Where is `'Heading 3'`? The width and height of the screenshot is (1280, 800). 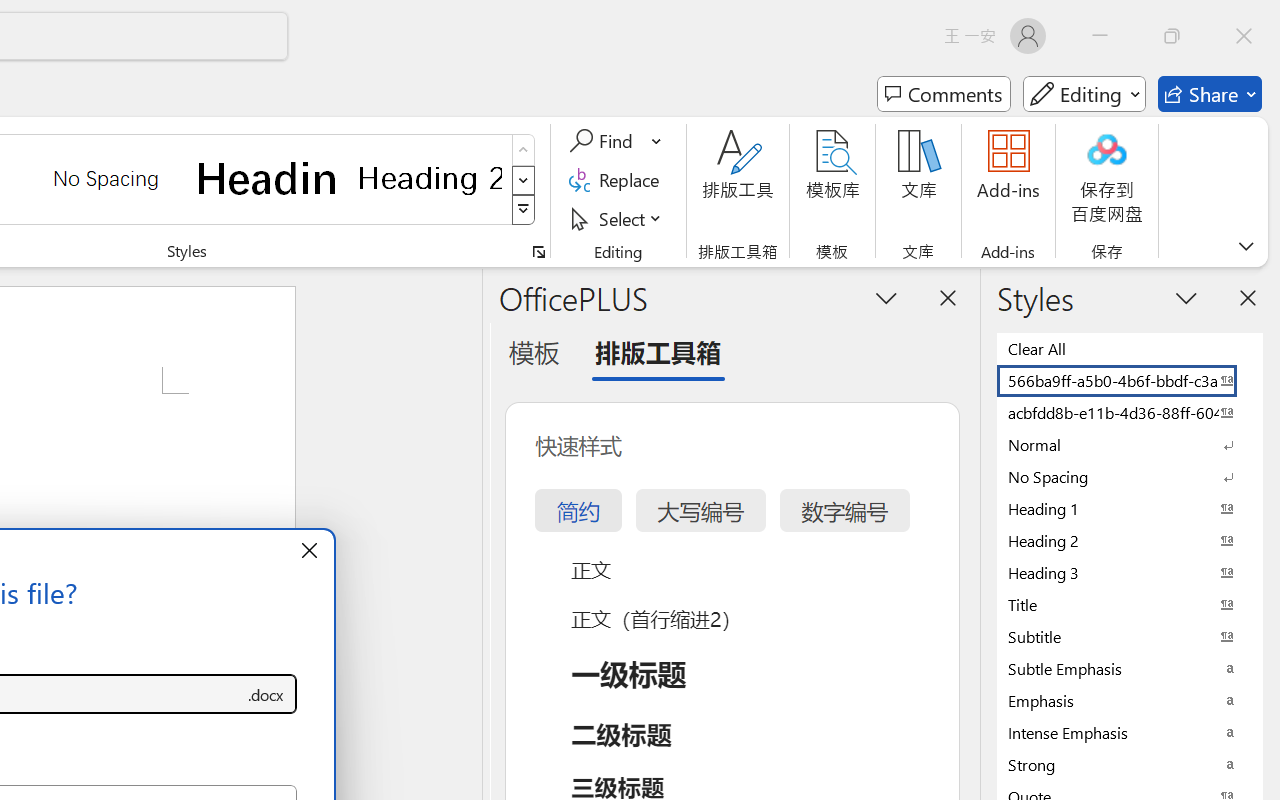
'Heading 3' is located at coordinates (1130, 571).